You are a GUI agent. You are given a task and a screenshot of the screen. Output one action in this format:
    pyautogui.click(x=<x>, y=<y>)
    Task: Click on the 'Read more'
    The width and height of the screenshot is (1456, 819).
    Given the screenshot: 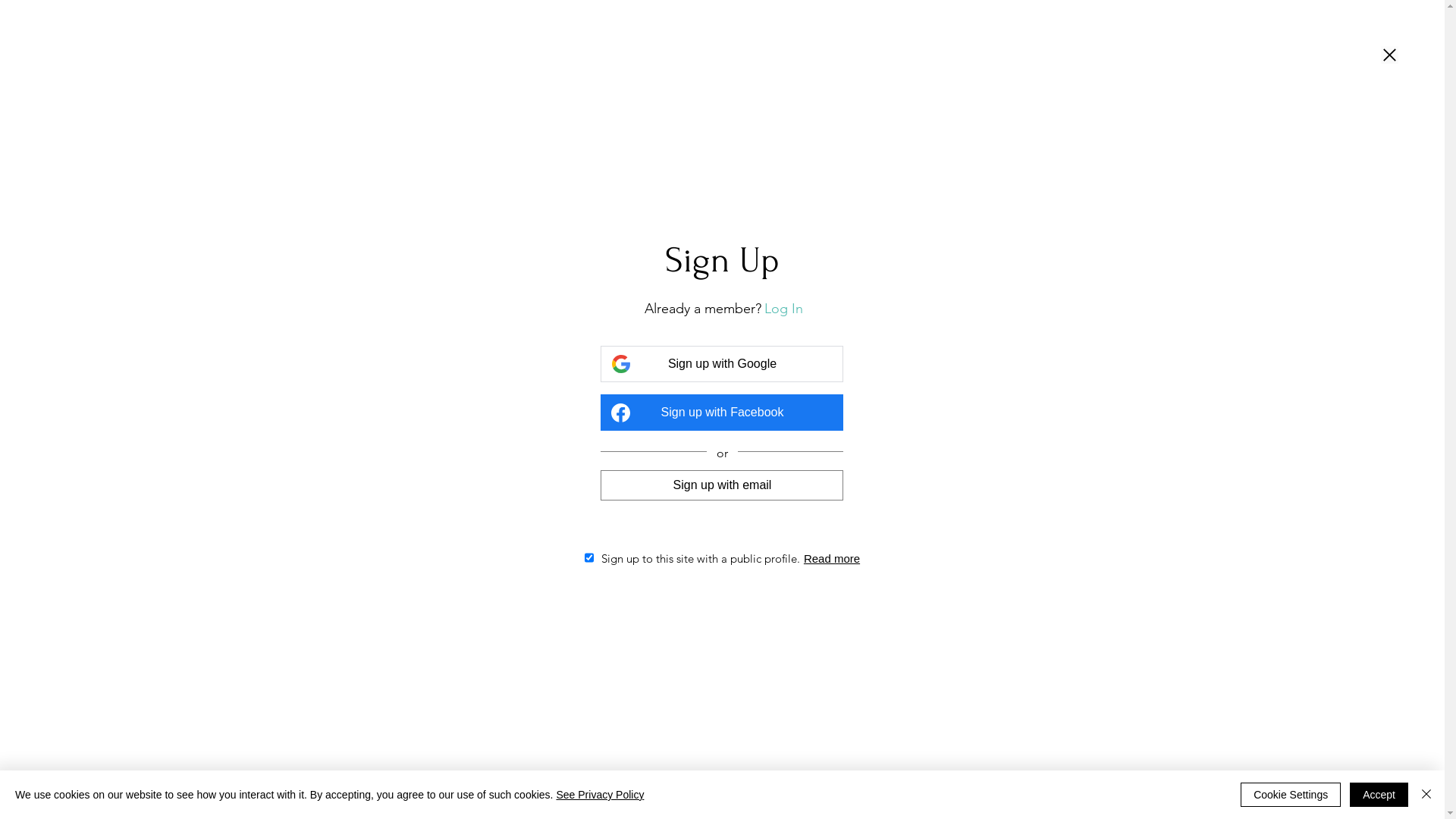 What is the action you would take?
    pyautogui.click(x=831, y=558)
    